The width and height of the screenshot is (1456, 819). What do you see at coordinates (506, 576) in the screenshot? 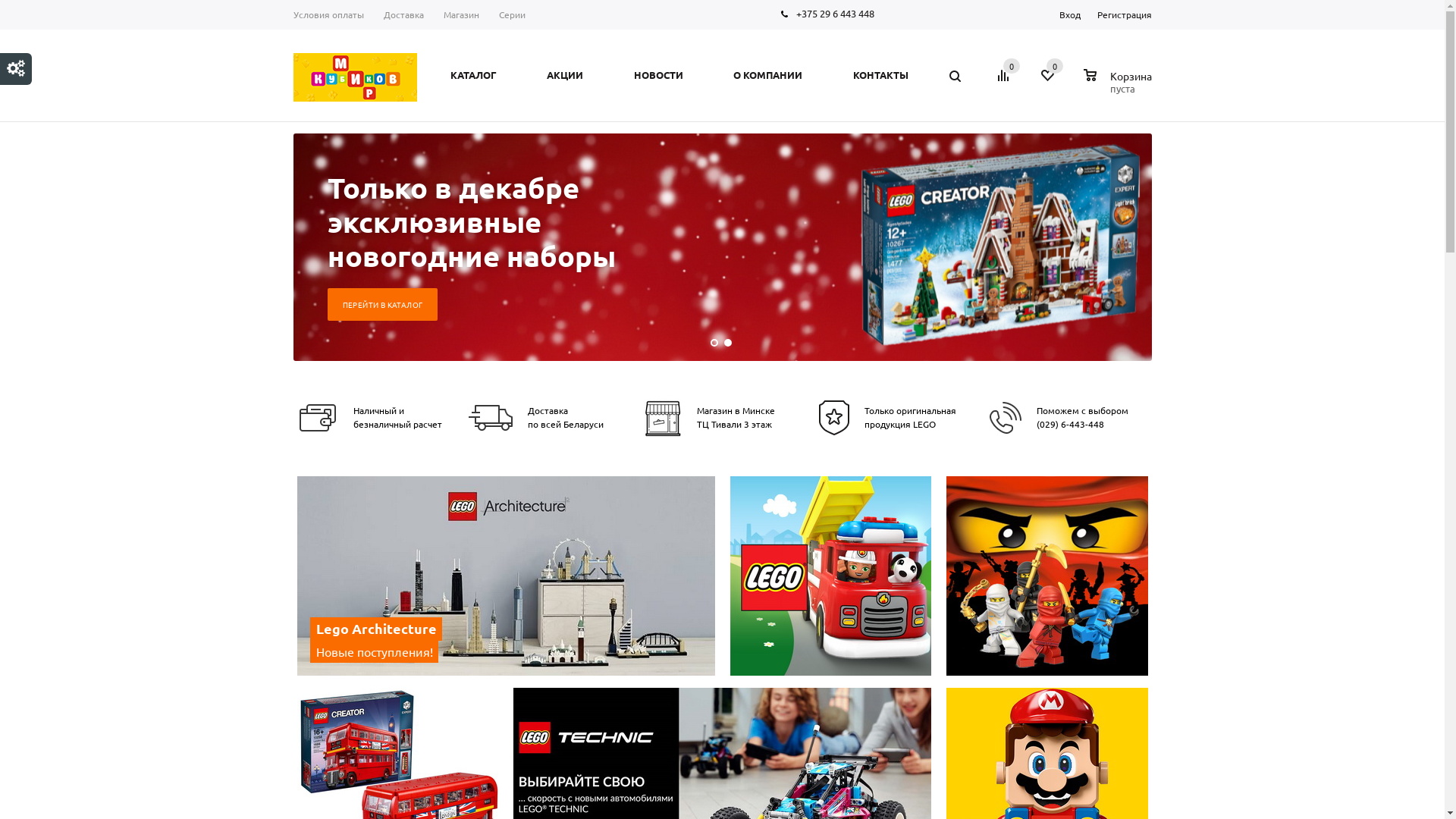
I see `'Lego Architecture'` at bounding box center [506, 576].